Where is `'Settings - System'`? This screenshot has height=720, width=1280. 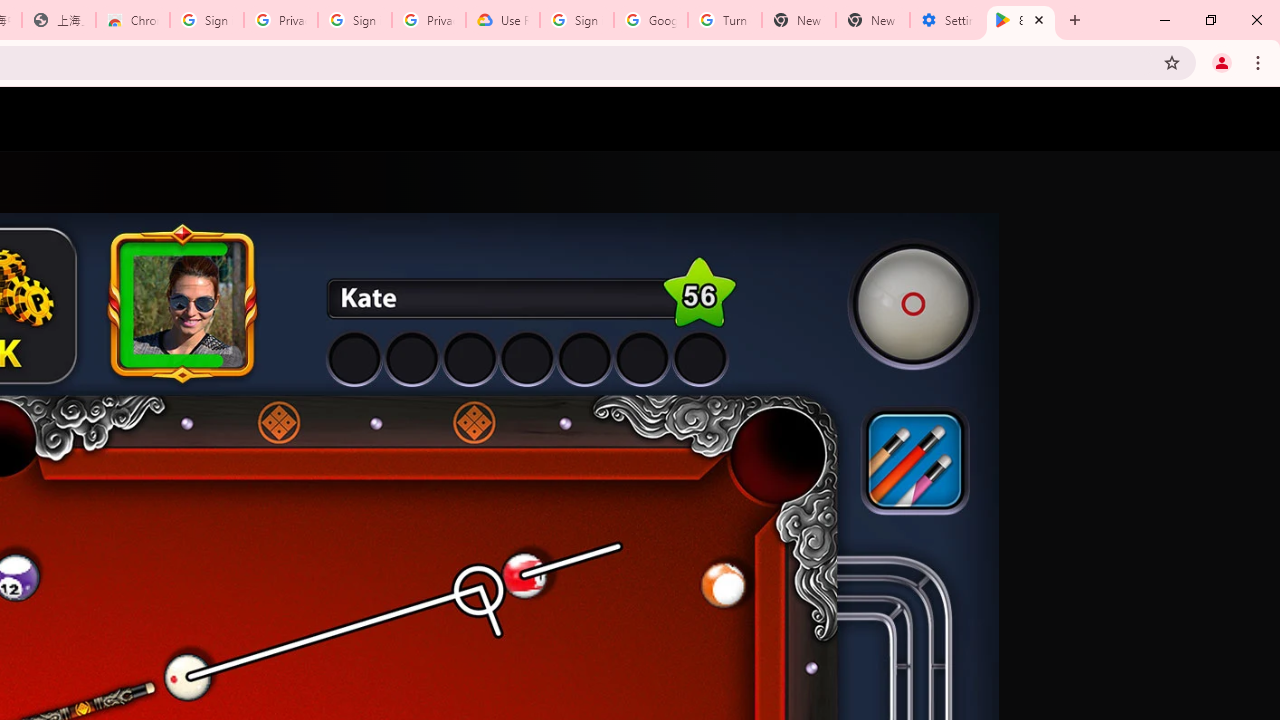 'Settings - System' is located at coordinates (946, 20).